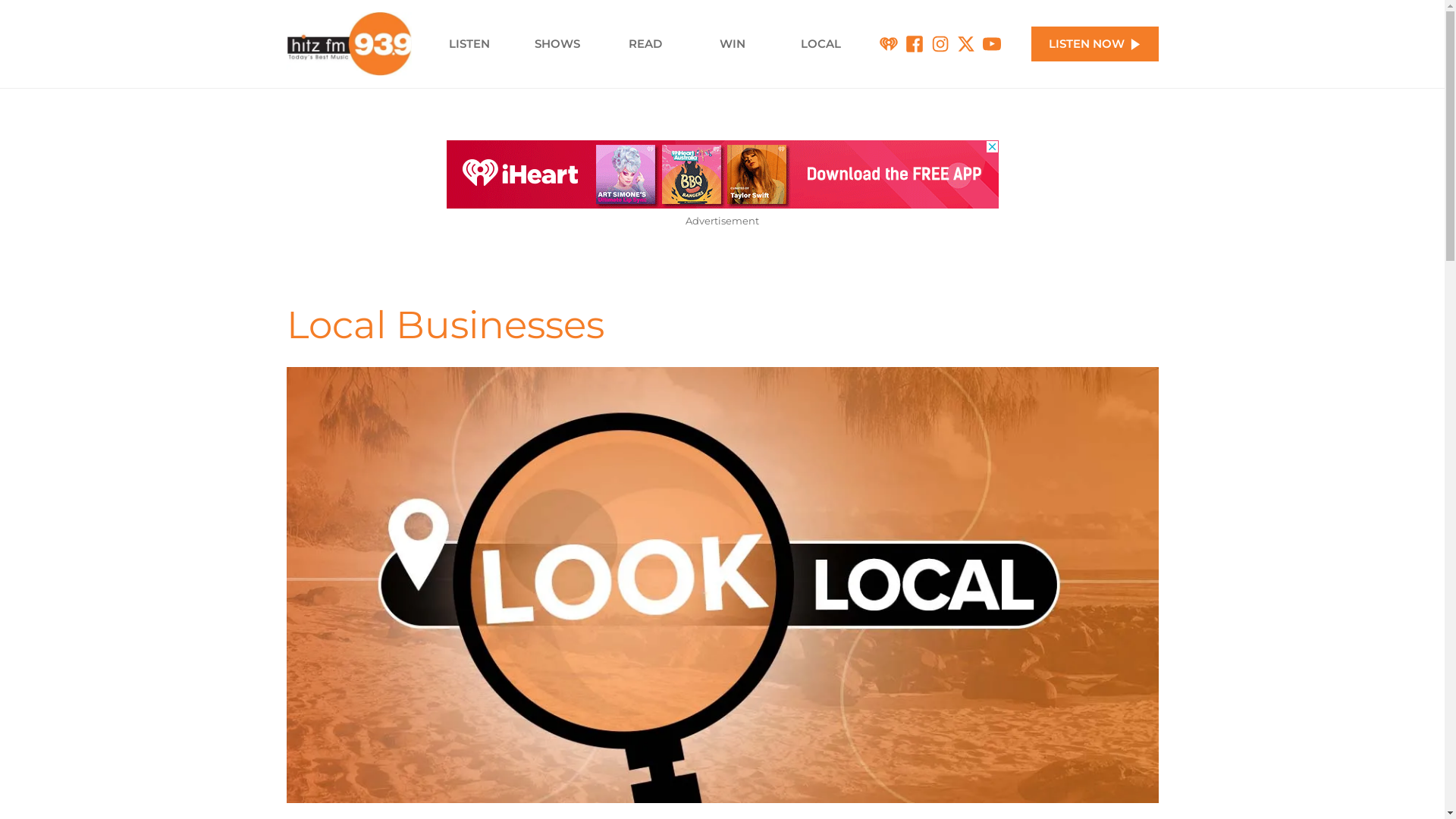 The width and height of the screenshot is (1456, 819). Describe the element at coordinates (469, 42) in the screenshot. I see `'LISTEN'` at that location.